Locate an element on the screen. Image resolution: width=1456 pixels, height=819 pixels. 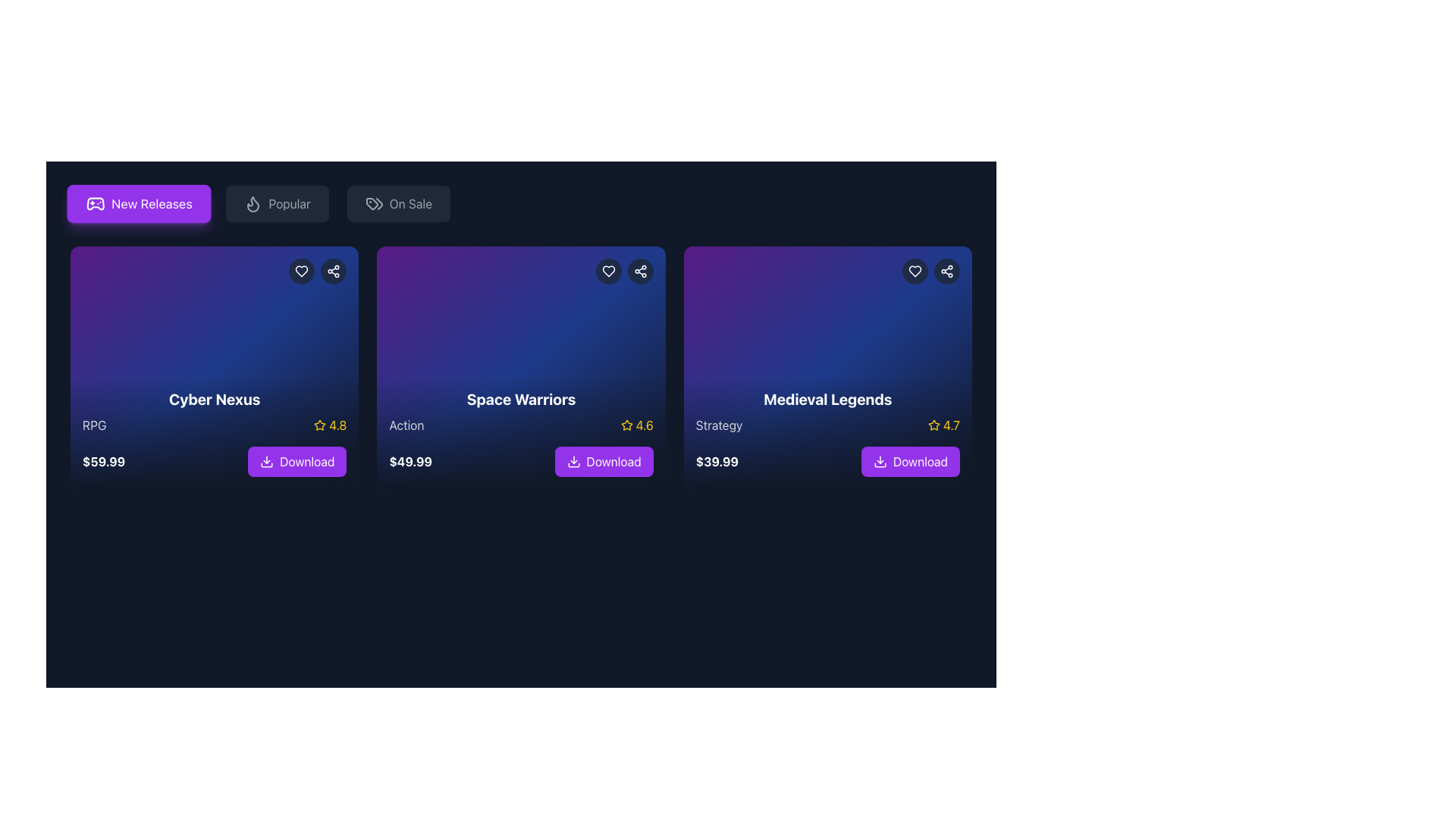
the download button for 'Space Warriors' content, located in the second card element below the title and price, to change its background color is located at coordinates (603, 461).